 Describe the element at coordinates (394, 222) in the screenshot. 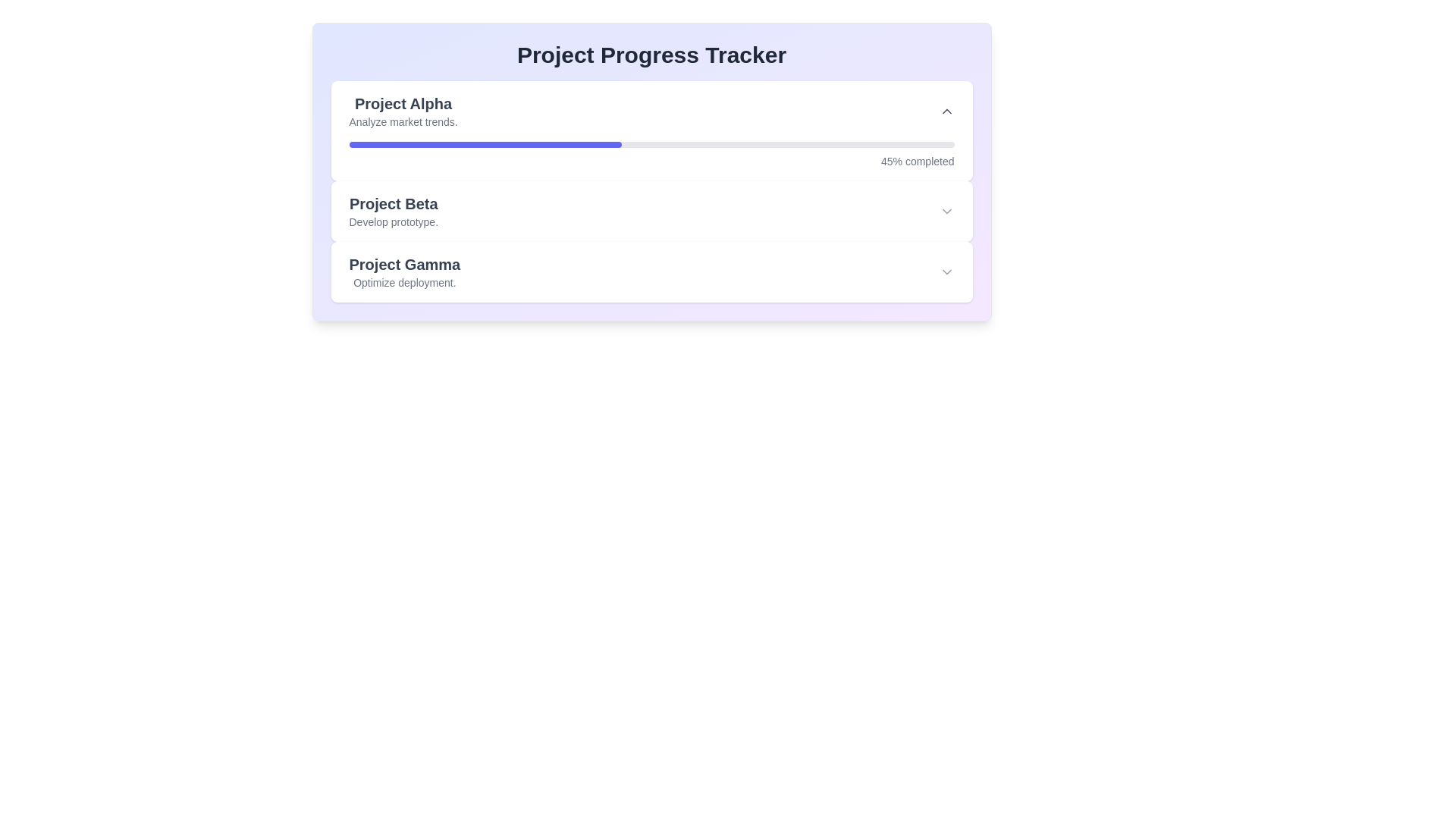

I see `the text label displaying 'Develop prototype.' which is styled in gray and positioned below the 'Project Beta' heading` at that location.